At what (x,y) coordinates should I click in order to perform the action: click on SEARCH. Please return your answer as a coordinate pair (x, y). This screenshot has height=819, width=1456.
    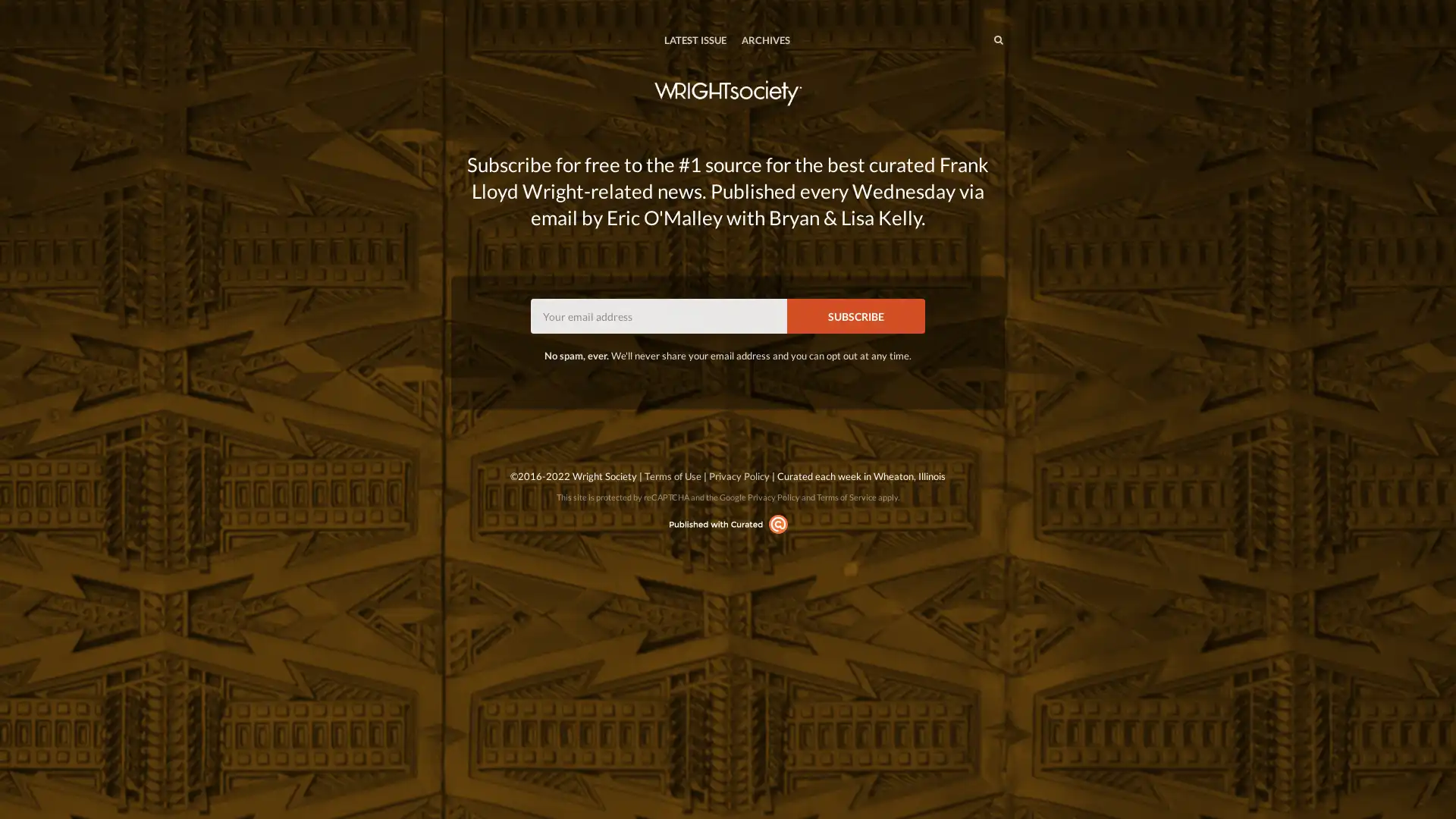
    Looking at the image, I should click on (966, 39).